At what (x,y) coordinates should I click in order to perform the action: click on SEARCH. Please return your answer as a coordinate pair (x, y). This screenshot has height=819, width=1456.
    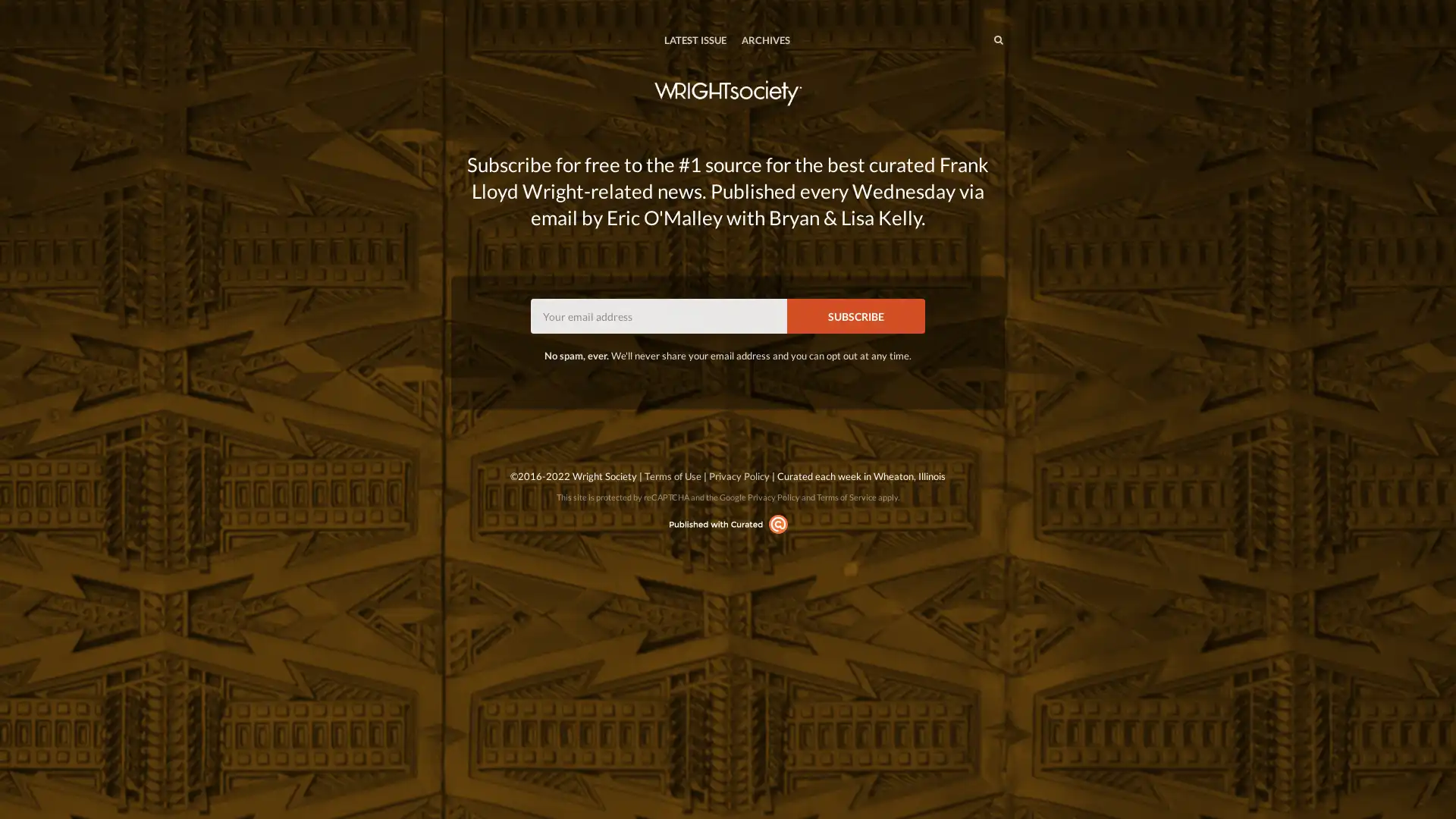
    Looking at the image, I should click on (966, 39).